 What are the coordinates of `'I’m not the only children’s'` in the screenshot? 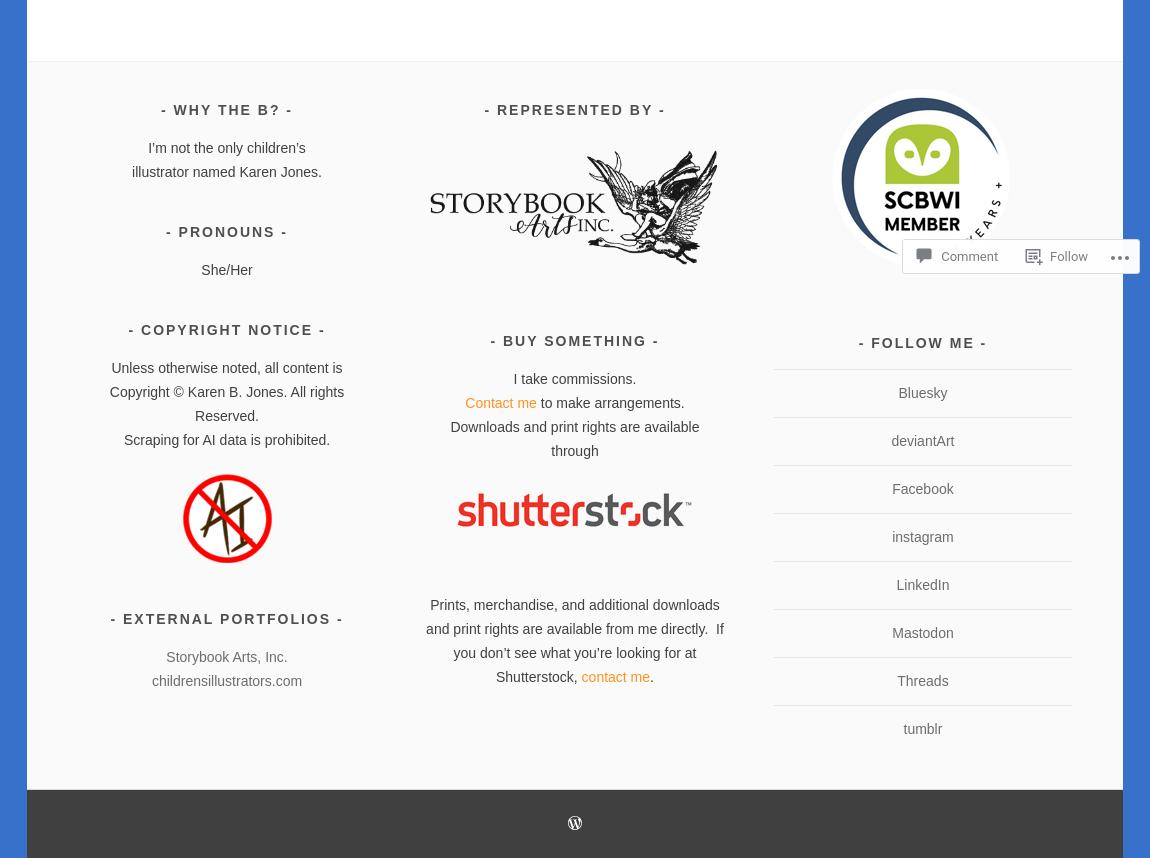 It's located at (225, 147).